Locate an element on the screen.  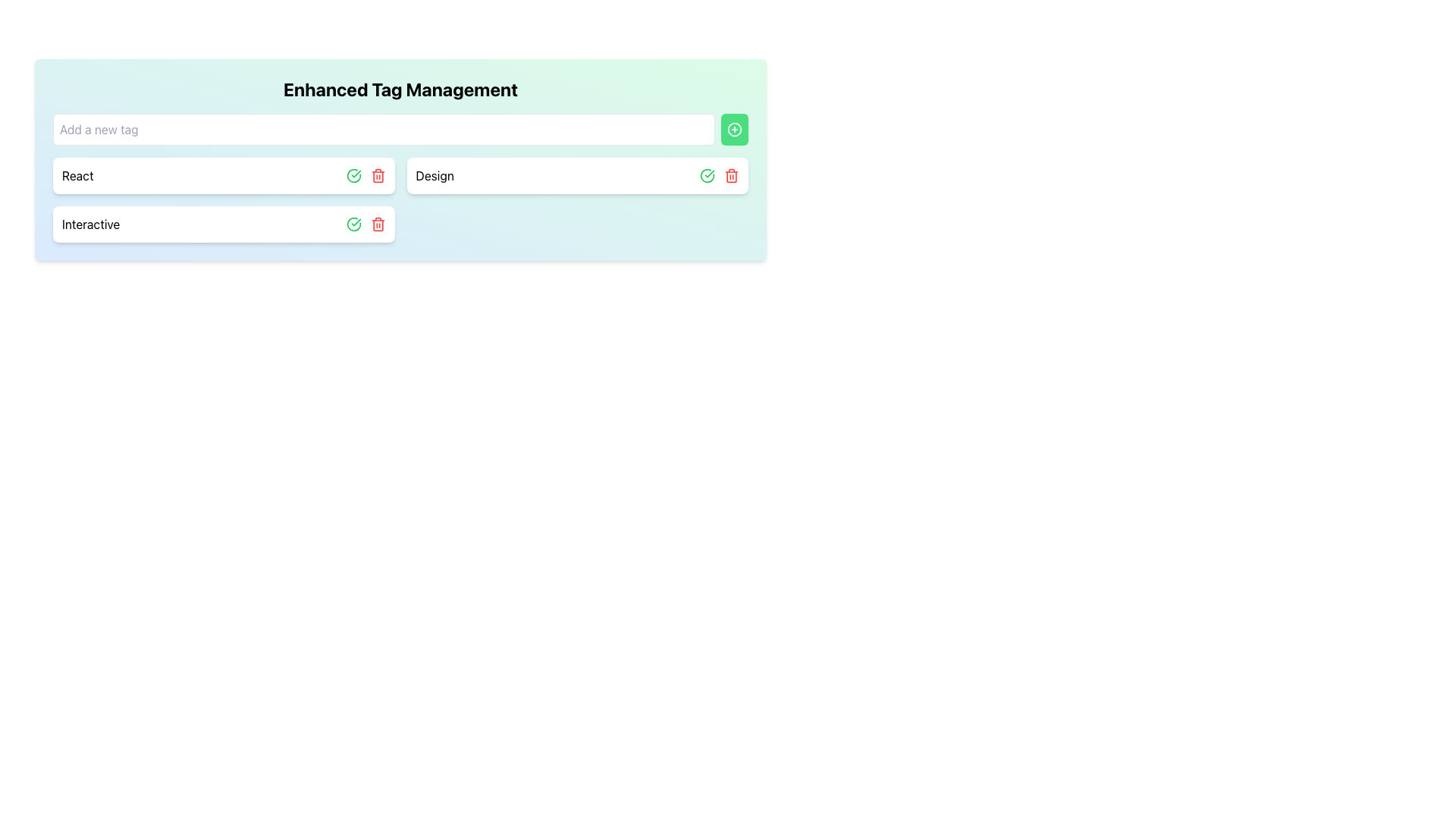
the 'React' tag label is located at coordinates (77, 174).